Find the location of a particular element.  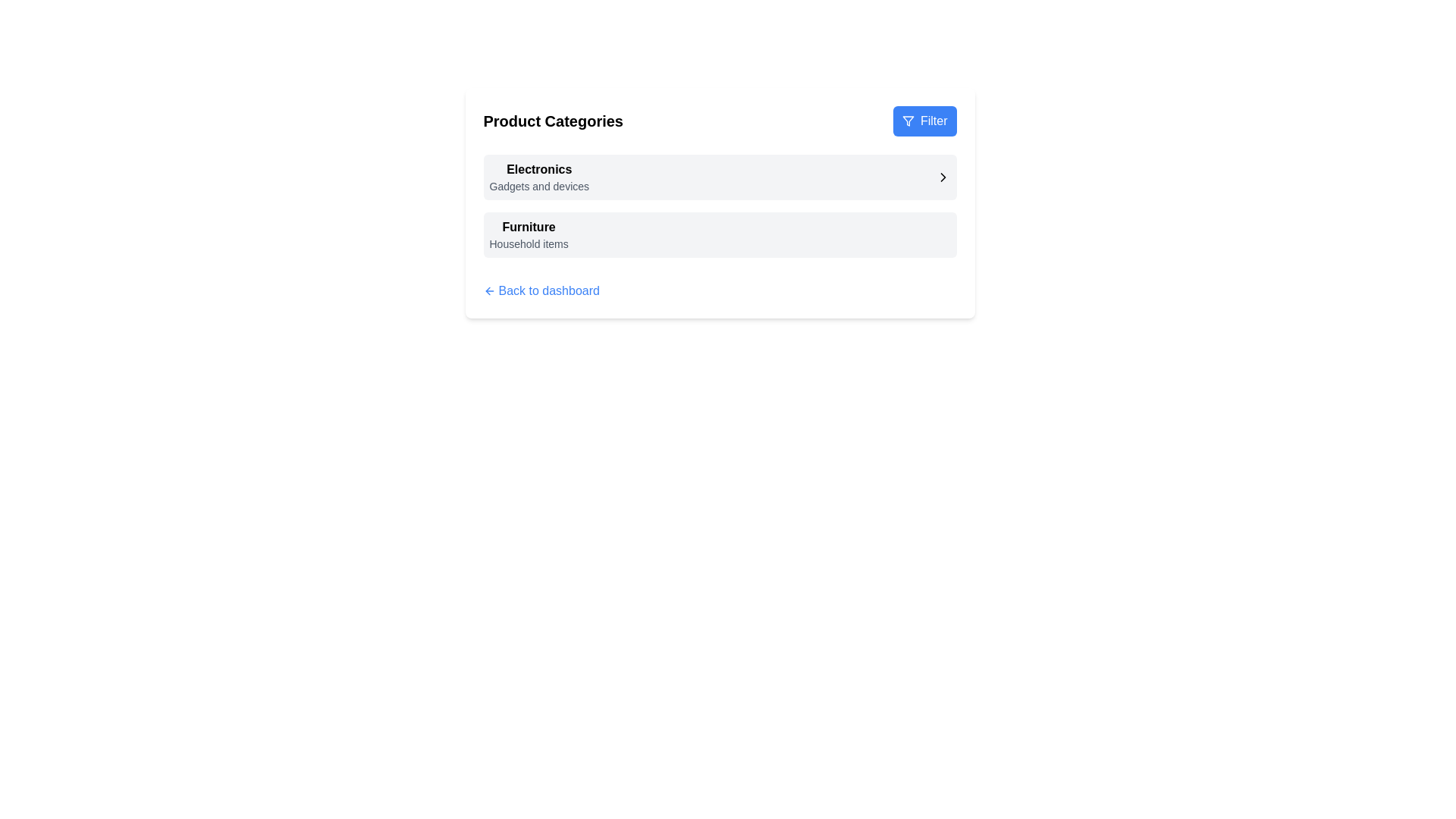

the 'Furniture' category text label, which is located beneath the 'Electronics' entry in the categorized list is located at coordinates (529, 227).